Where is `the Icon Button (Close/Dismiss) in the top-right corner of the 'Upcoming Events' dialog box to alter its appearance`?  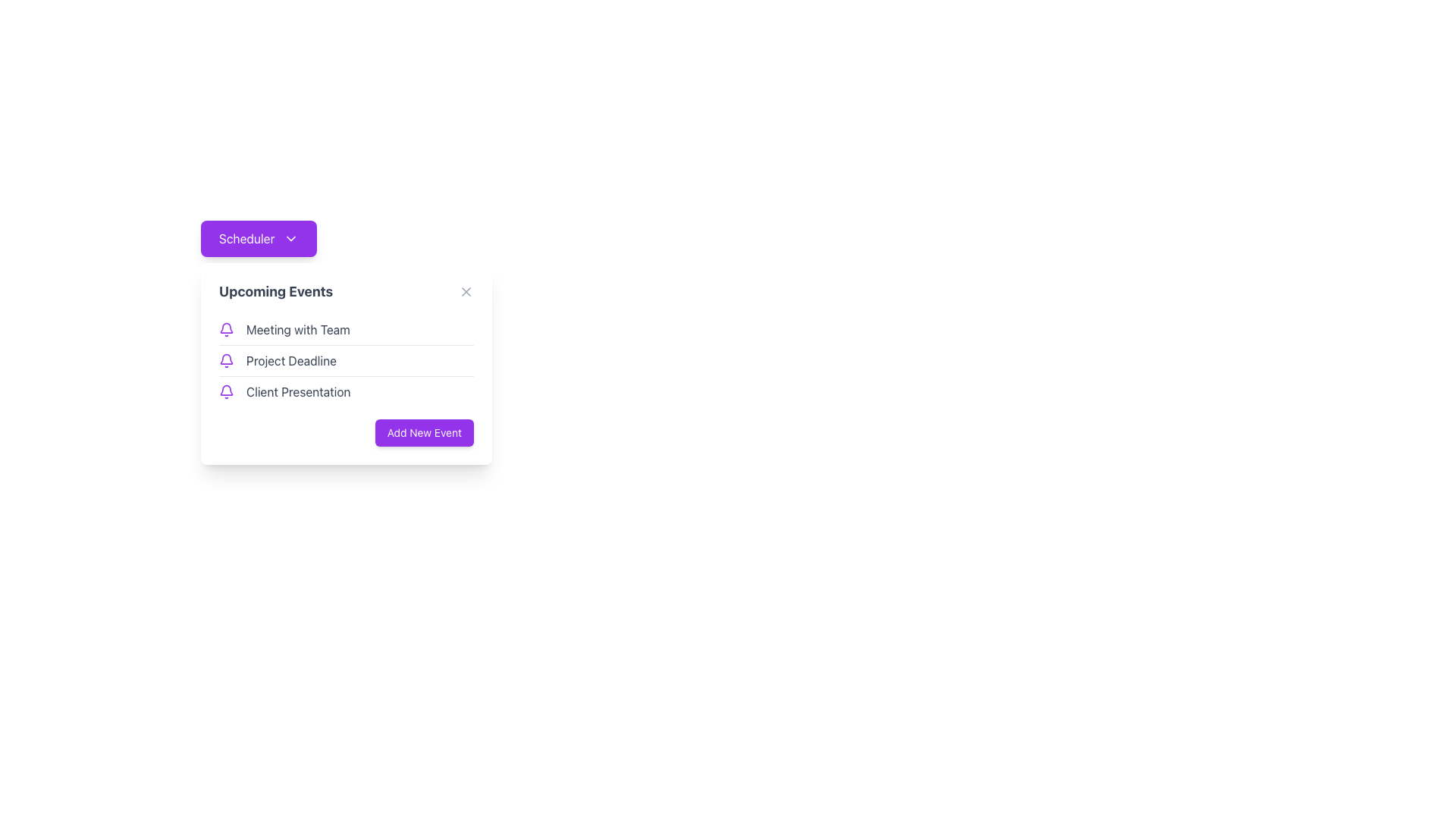
the Icon Button (Close/Dismiss) in the top-right corner of the 'Upcoming Events' dialog box to alter its appearance is located at coordinates (465, 292).